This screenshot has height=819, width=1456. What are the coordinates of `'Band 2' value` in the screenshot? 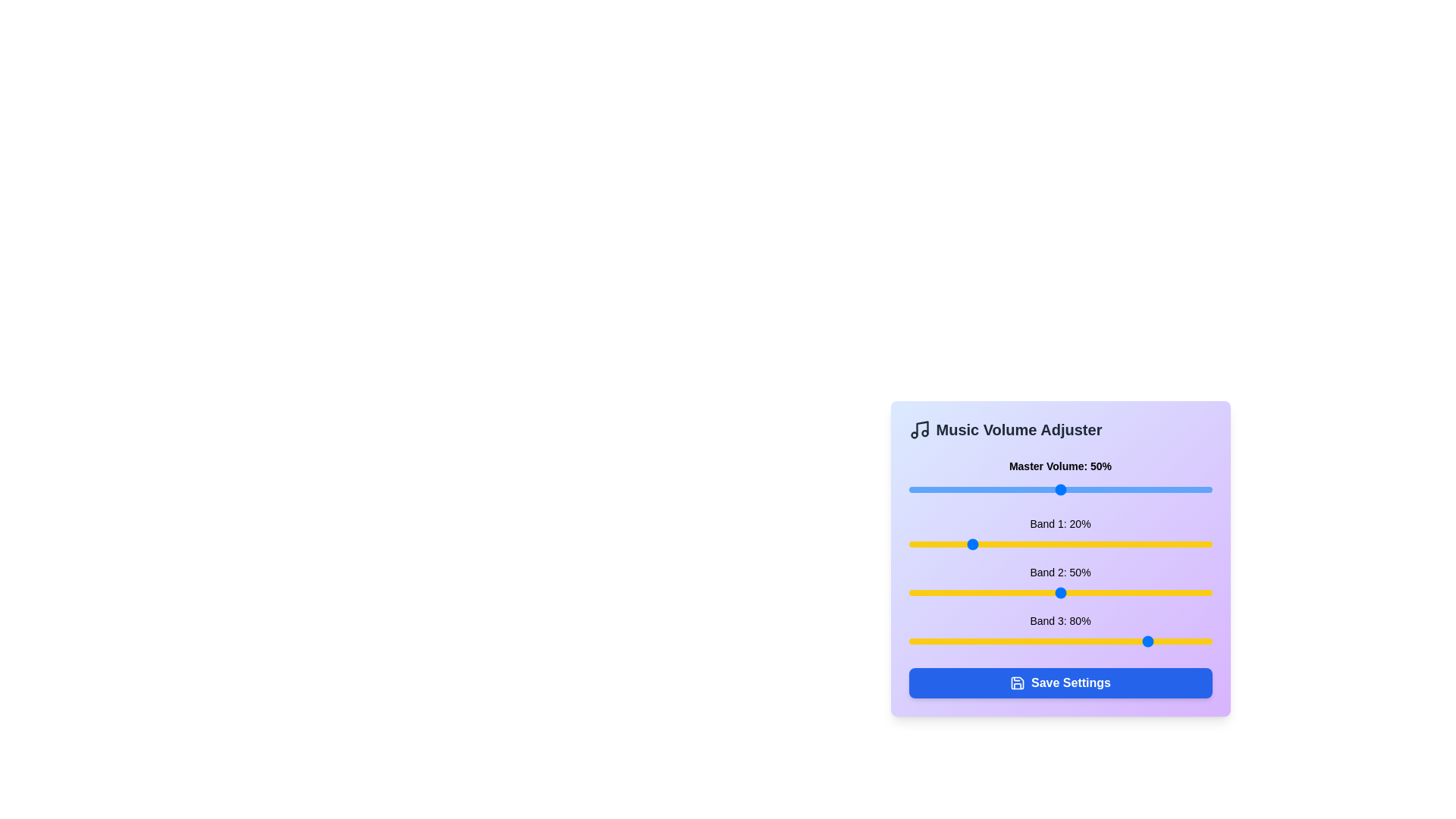 It's located at (1139, 592).